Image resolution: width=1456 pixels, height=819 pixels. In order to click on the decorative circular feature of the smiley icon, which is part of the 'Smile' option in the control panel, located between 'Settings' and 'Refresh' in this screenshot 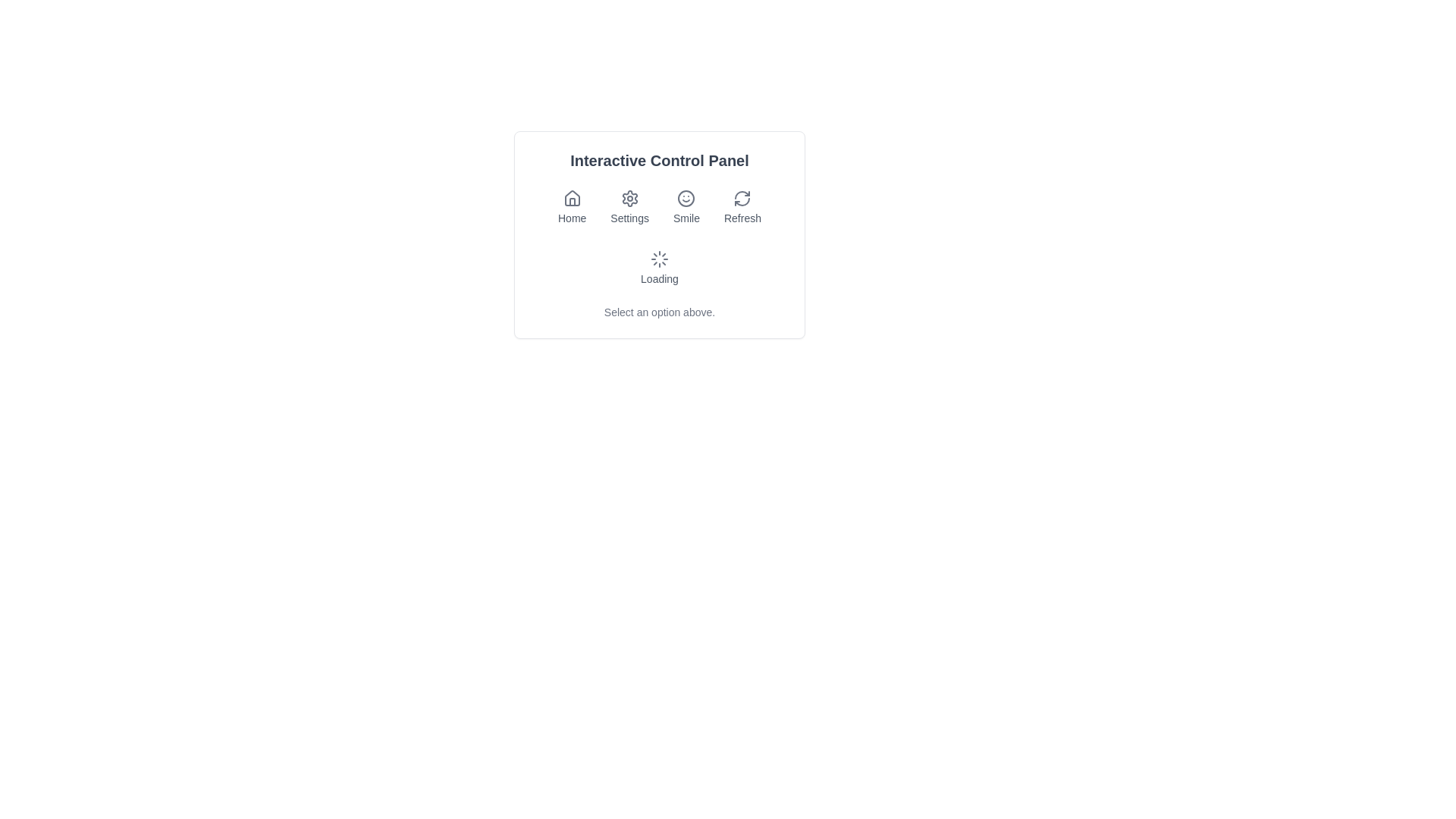, I will do `click(686, 198)`.